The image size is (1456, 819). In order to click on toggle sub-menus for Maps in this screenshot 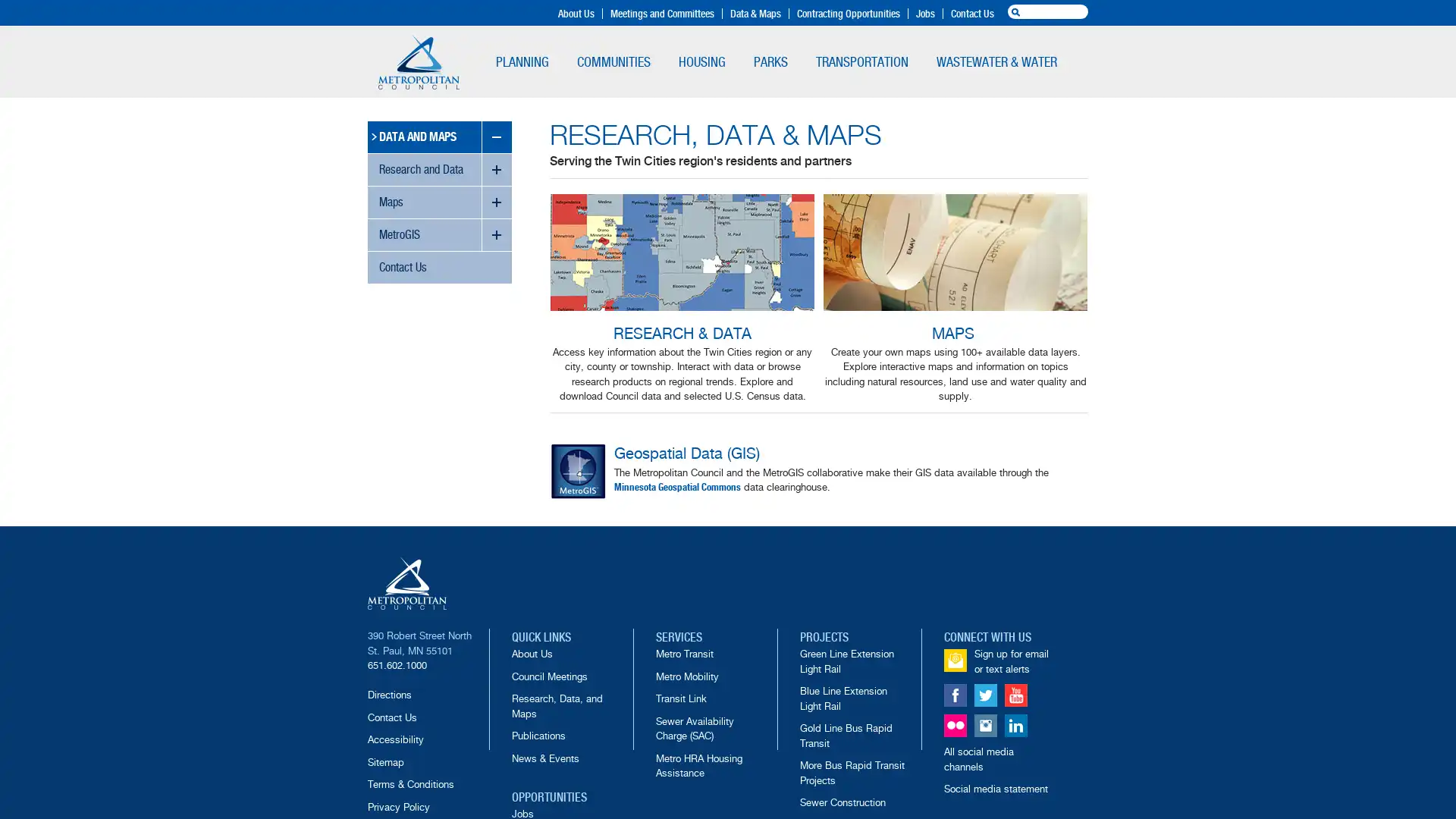, I will do `click(496, 202)`.